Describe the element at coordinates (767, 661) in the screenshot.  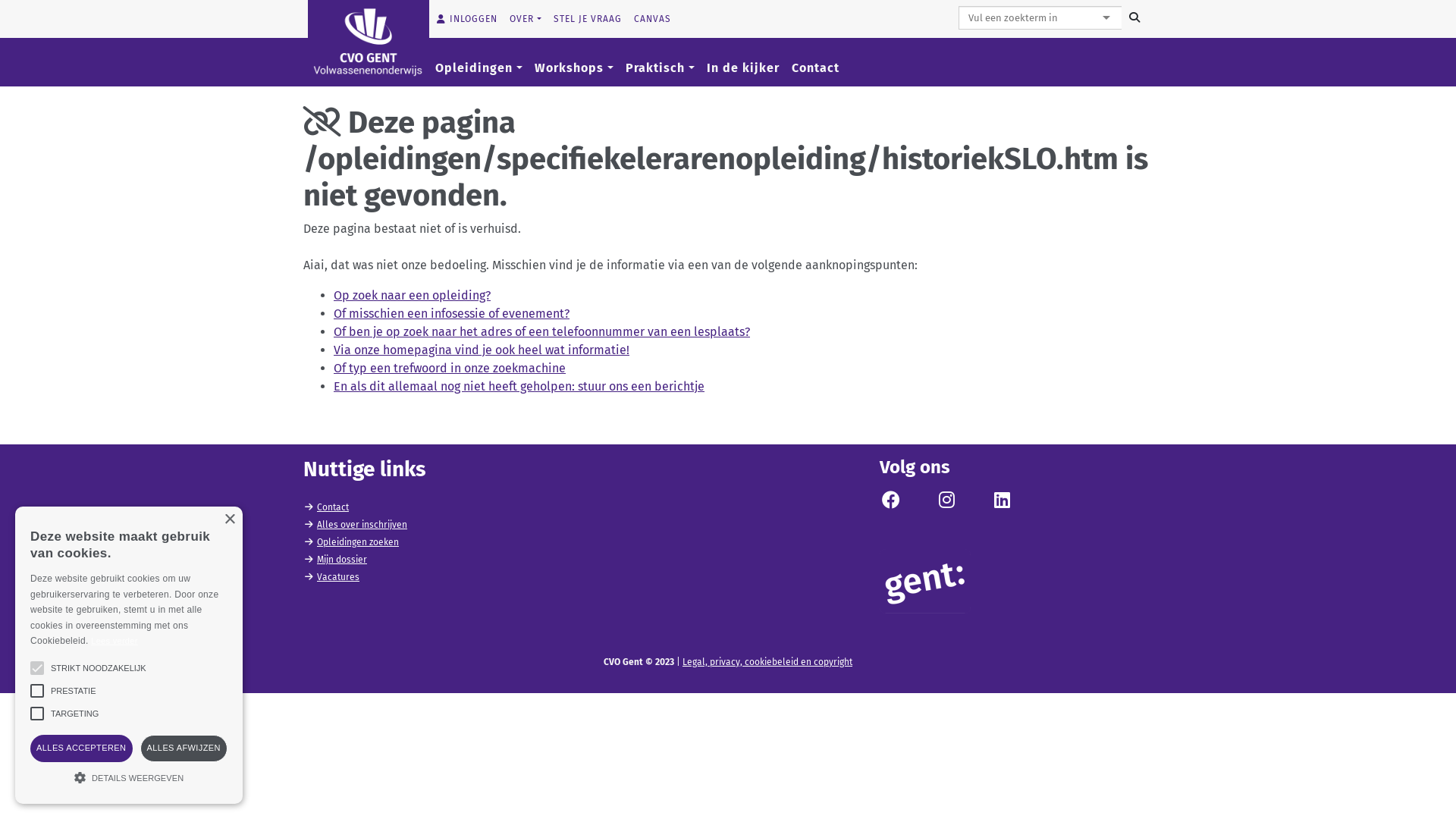
I see `'Legal, privacy, cookiebeleid en copyright'` at that location.